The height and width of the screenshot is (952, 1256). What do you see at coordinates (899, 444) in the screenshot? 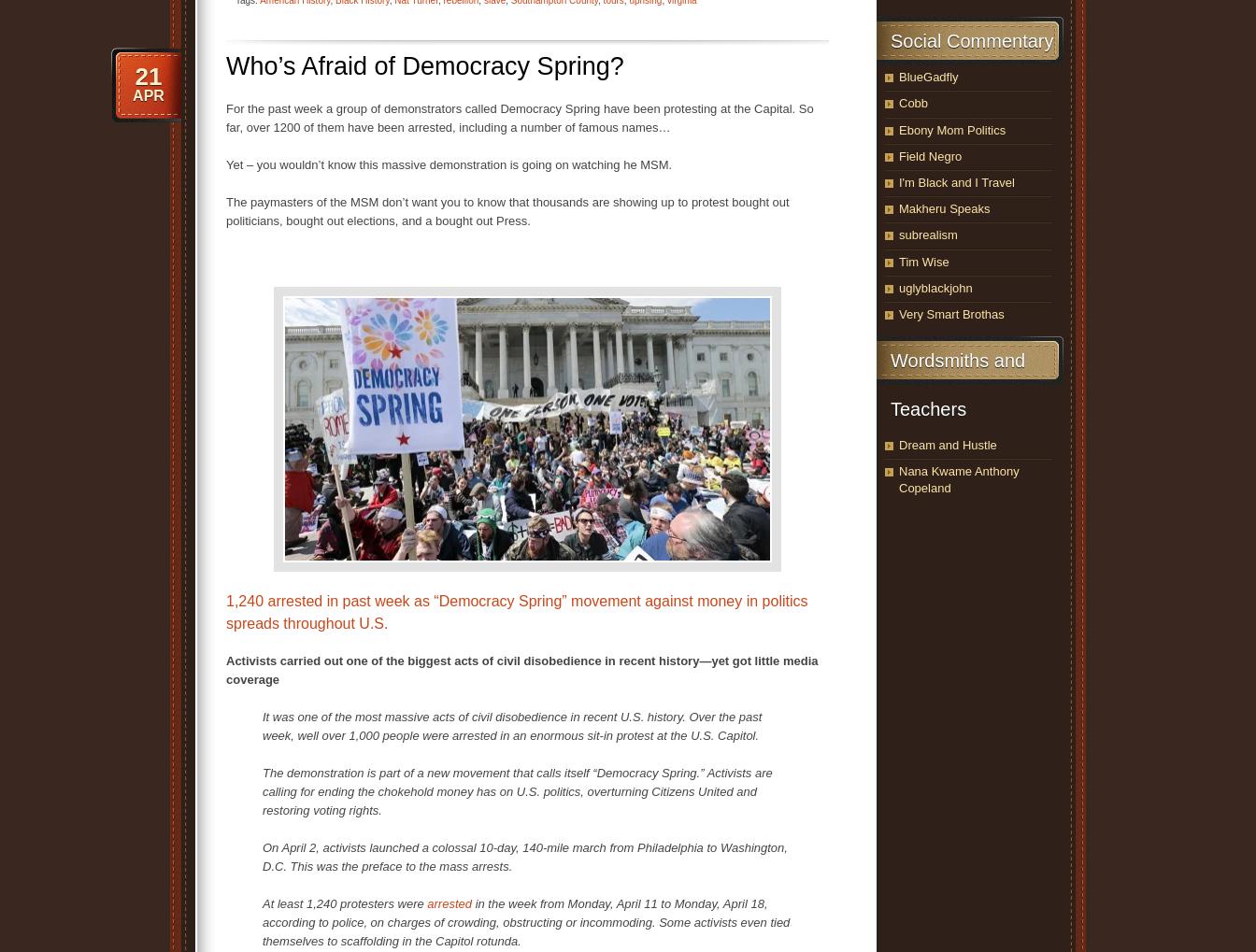
I see `'Dream and Hustle'` at bounding box center [899, 444].